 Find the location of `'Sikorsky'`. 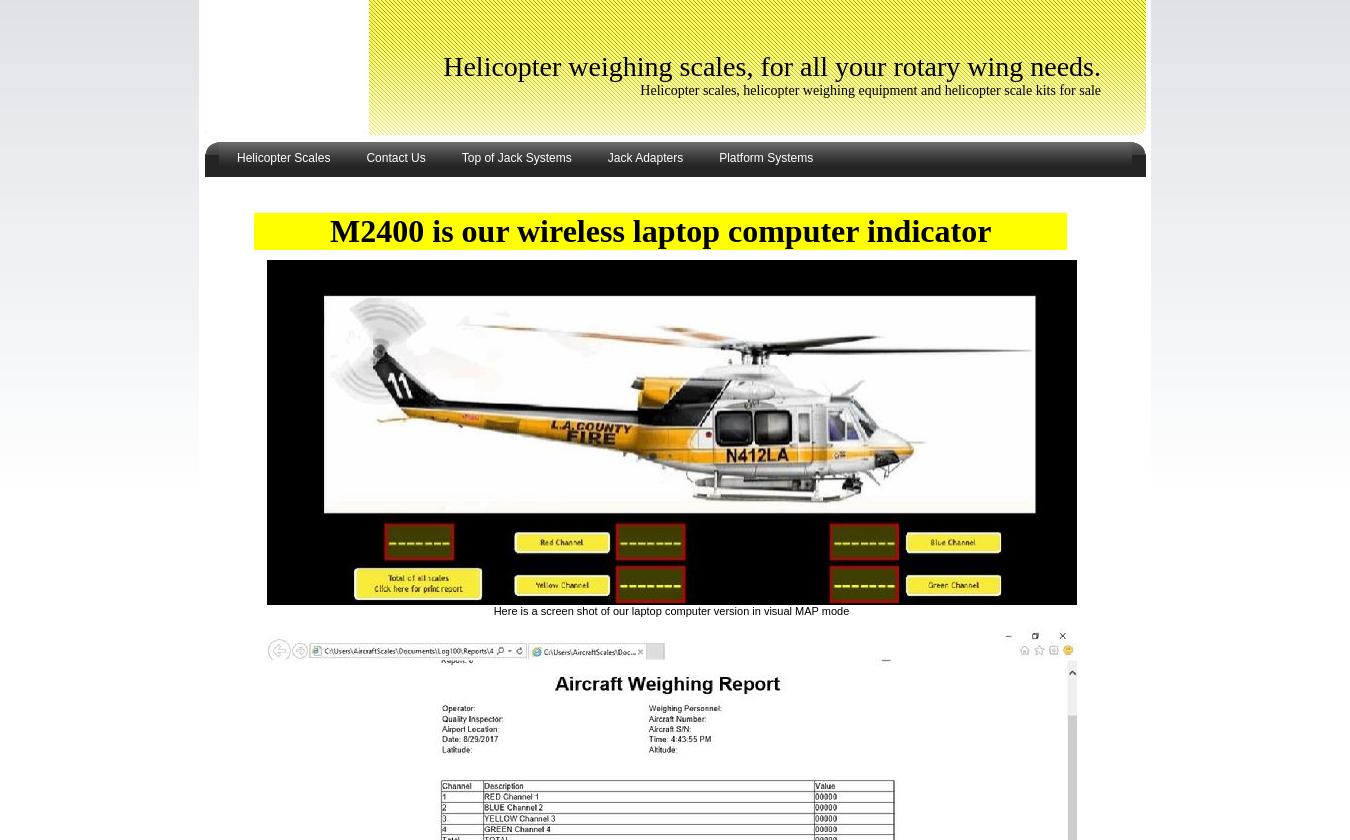

'Sikorsky' is located at coordinates (253, 340).